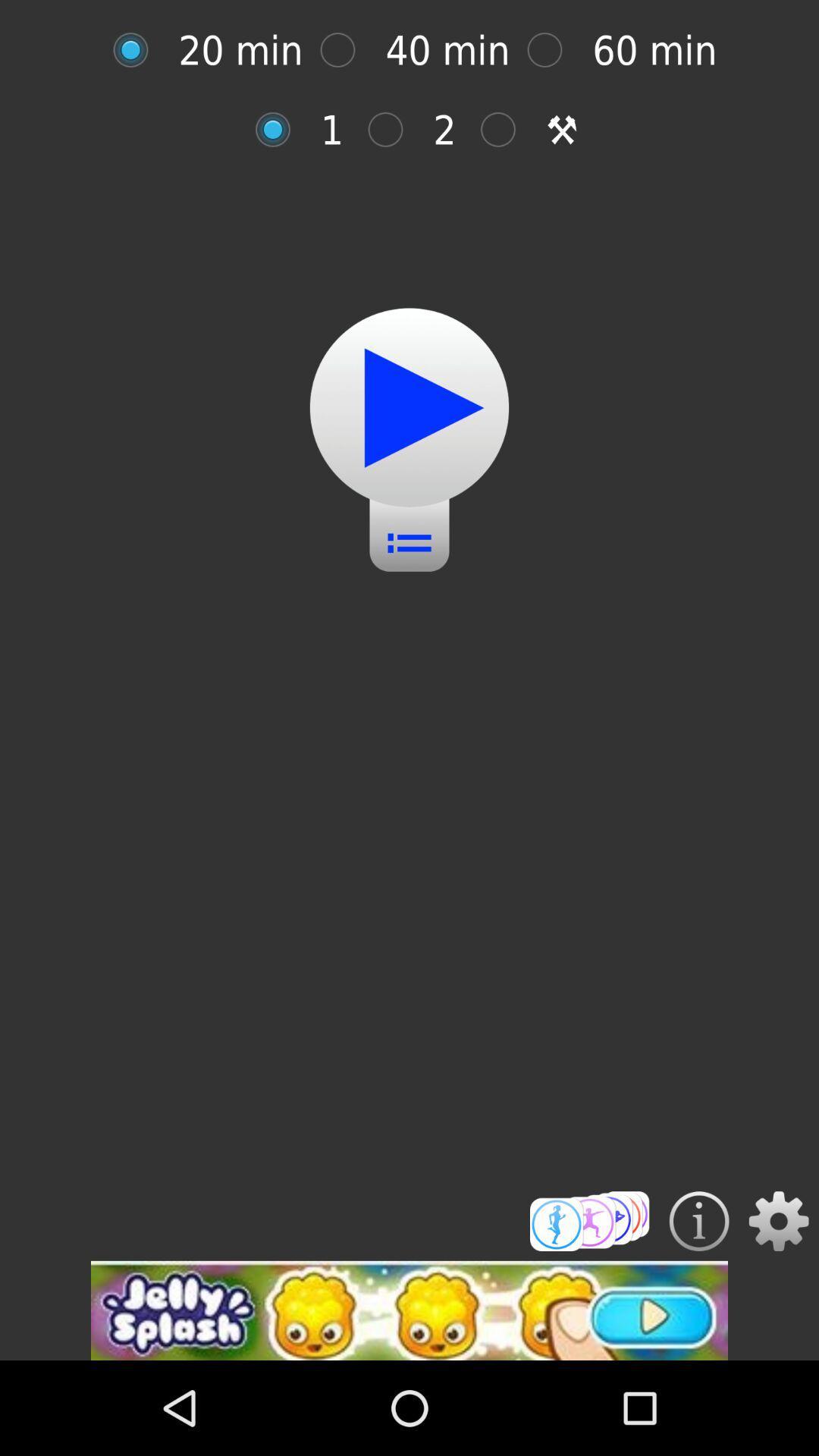 This screenshot has height=1456, width=819. I want to click on button, so click(138, 50).